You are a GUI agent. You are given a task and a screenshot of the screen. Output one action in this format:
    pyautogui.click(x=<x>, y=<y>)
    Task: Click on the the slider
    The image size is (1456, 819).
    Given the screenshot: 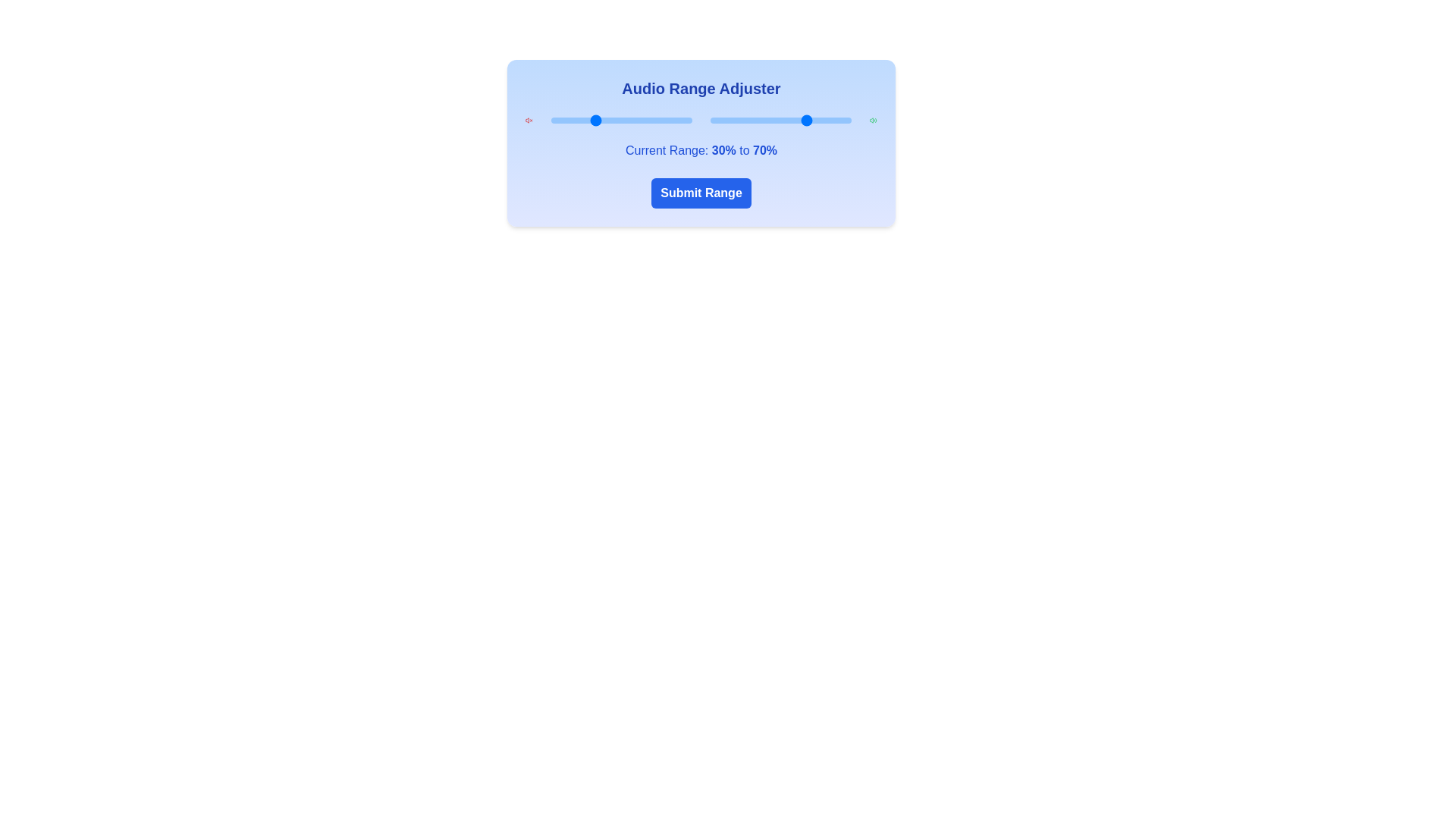 What is the action you would take?
    pyautogui.click(x=572, y=119)
    